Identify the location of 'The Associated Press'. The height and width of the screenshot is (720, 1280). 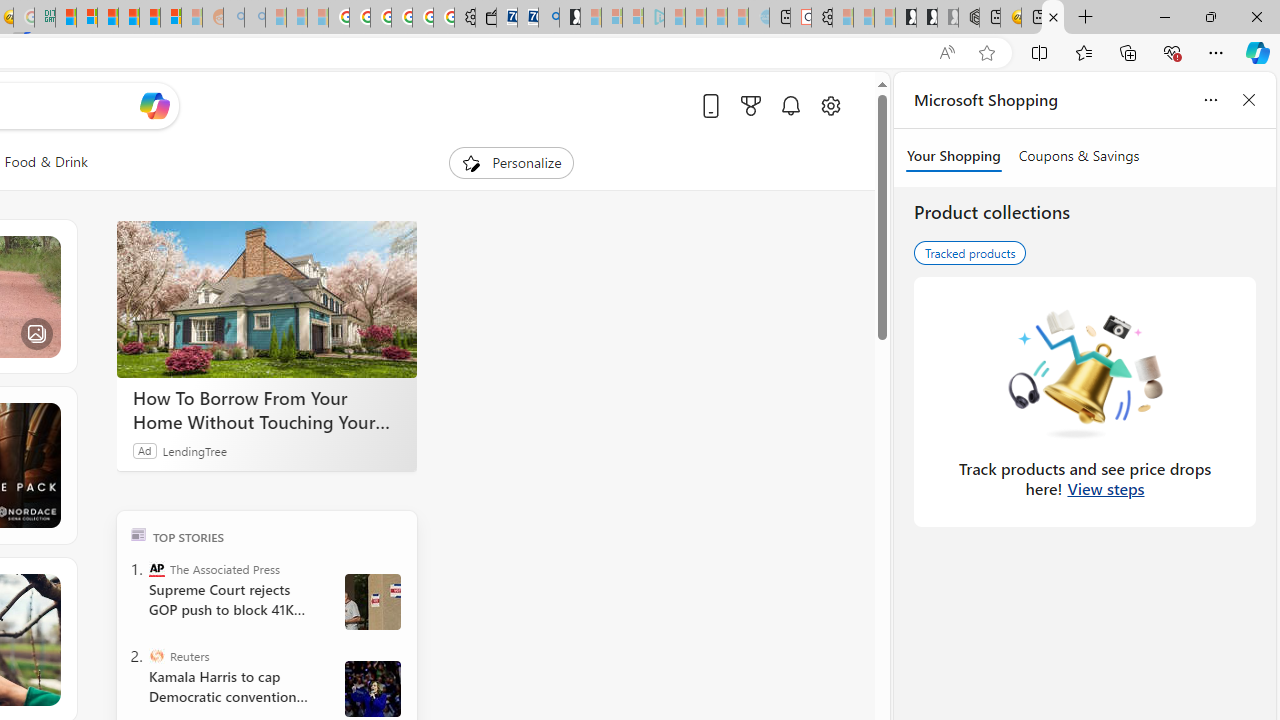
(155, 568).